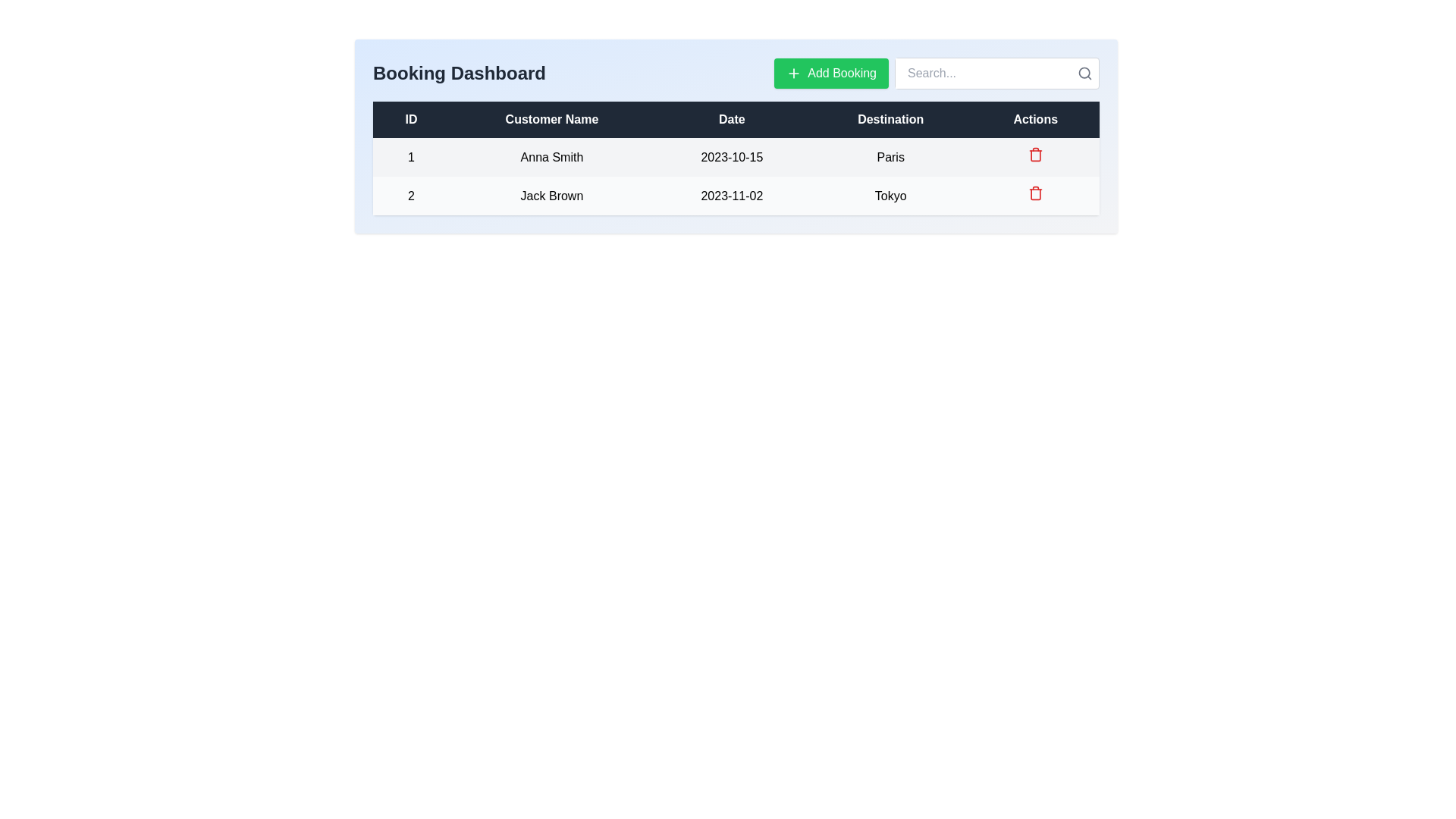 The image size is (1456, 819). I want to click on the SVG Icon located on the left side of the 'Add Booking' button to initiate the booking process, so click(793, 73).